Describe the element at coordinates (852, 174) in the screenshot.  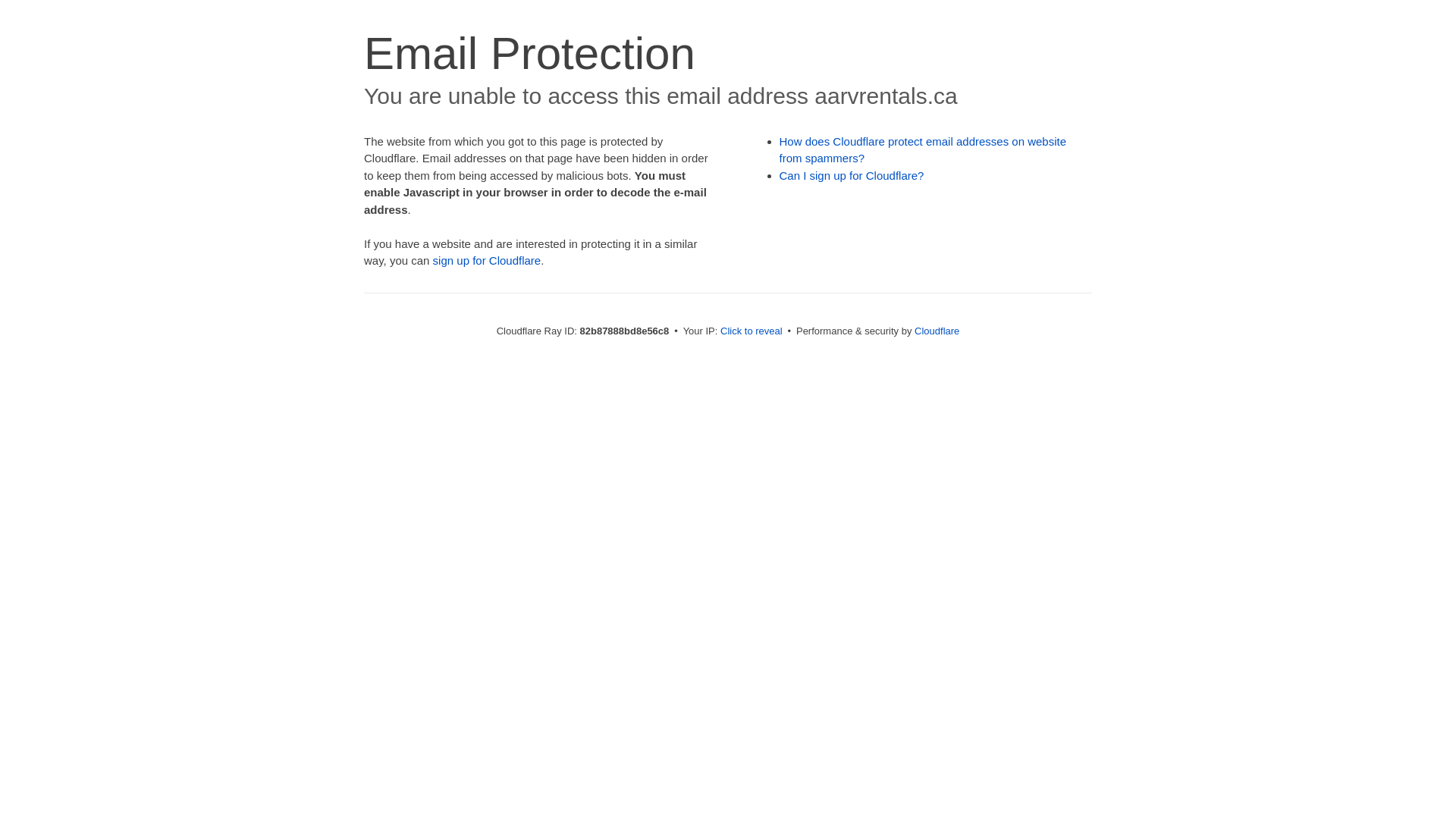
I see `'Can I sign up for Cloudflare?'` at that location.